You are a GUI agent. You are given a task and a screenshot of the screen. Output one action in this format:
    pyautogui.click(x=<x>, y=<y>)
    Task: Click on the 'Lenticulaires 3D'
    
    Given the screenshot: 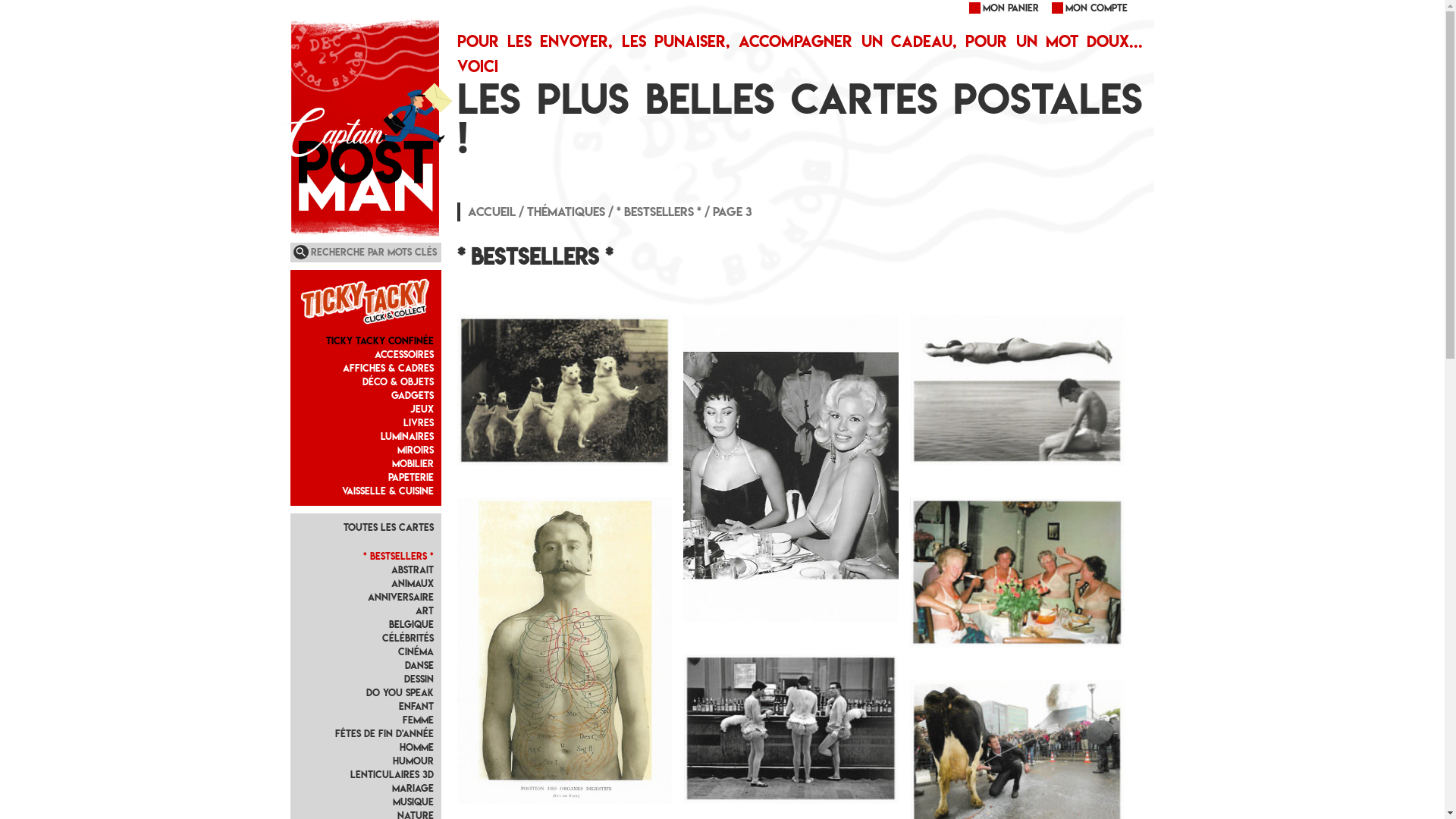 What is the action you would take?
    pyautogui.click(x=392, y=774)
    